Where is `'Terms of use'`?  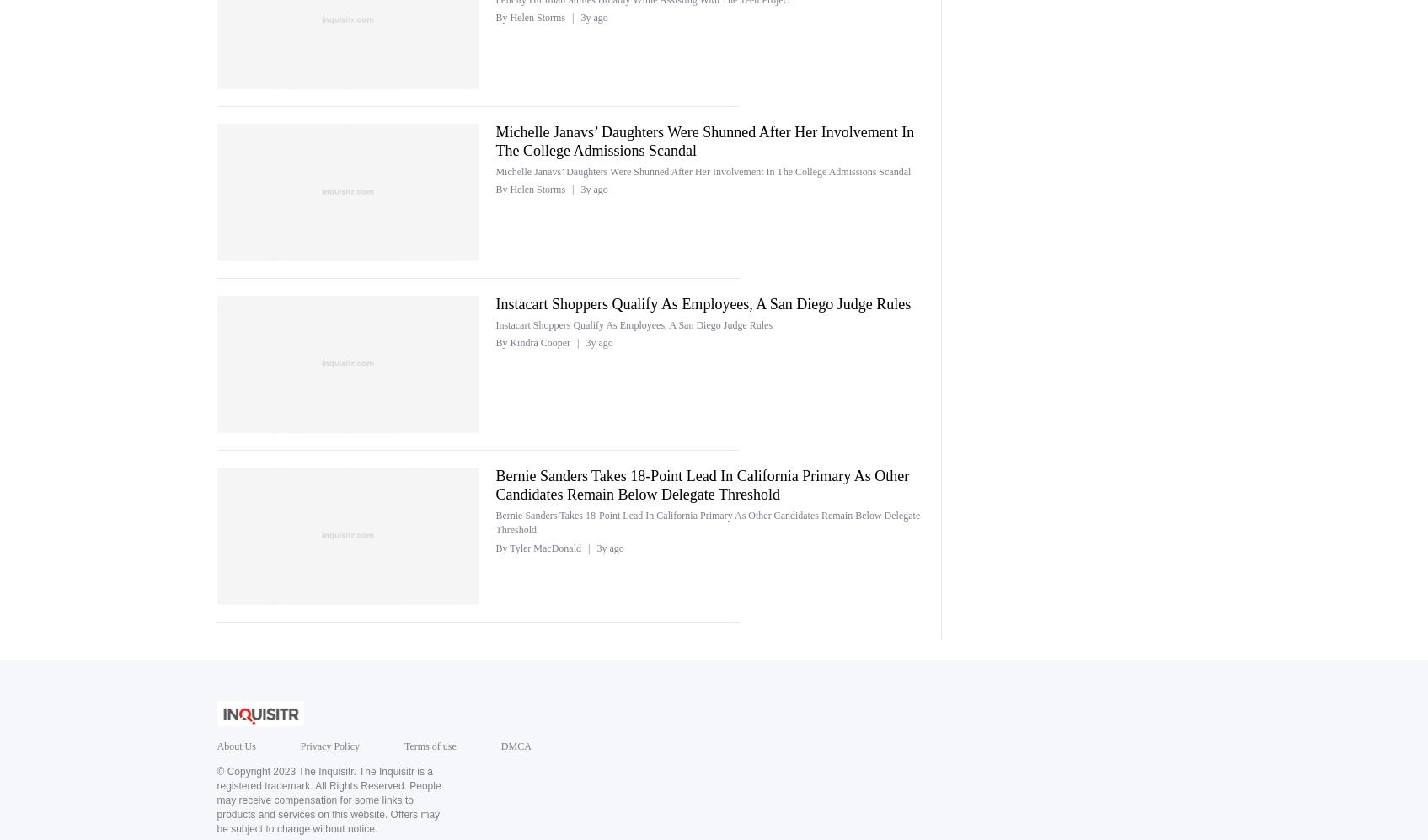 'Terms of use' is located at coordinates (429, 745).